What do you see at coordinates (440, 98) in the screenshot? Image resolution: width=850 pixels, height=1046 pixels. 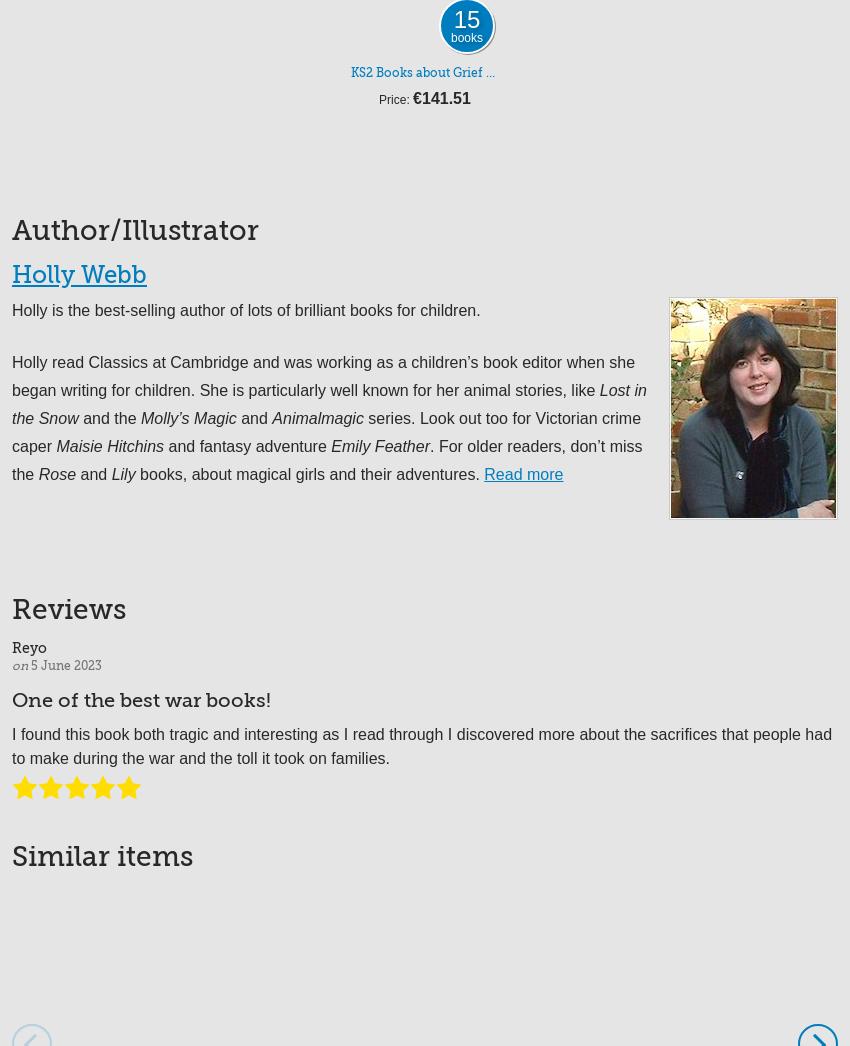 I see `'€141.51'` at bounding box center [440, 98].